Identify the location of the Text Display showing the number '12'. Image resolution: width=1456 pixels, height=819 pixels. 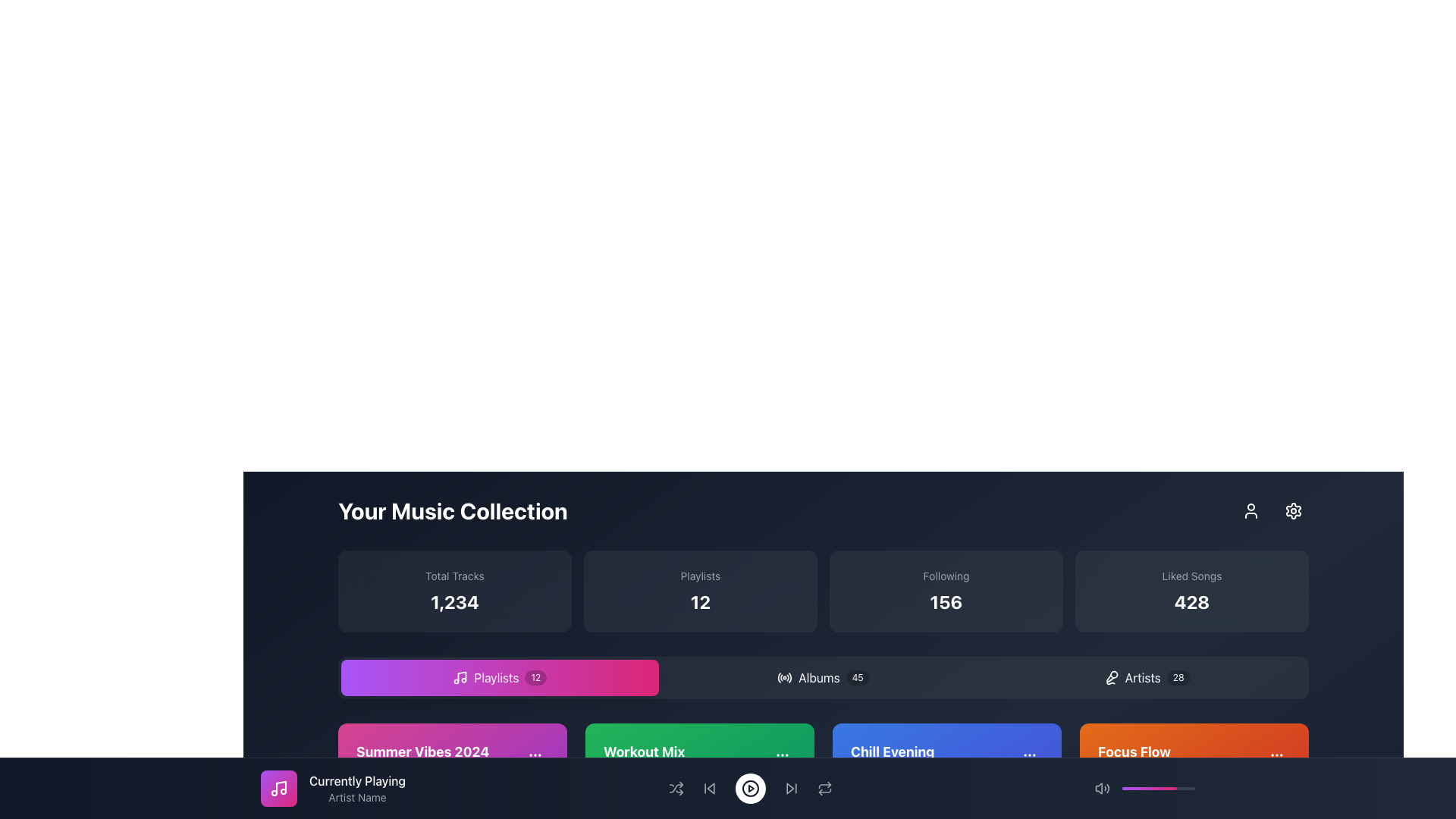
(700, 601).